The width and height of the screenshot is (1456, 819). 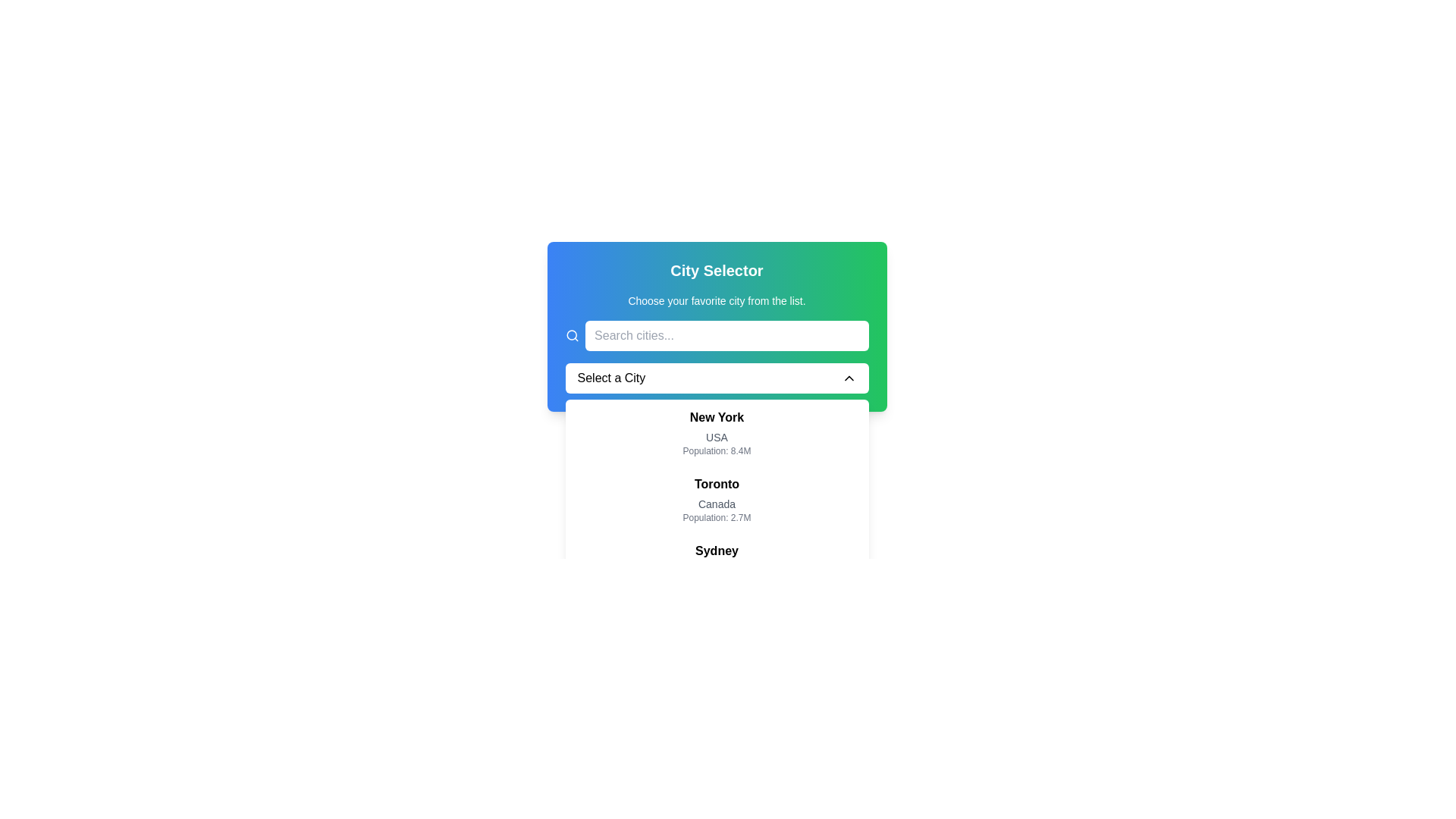 I want to click on the informative Text Block that provides guidance for selecting a favorite city, located below the 'City Selector' title and above the search bar, so click(x=716, y=301).